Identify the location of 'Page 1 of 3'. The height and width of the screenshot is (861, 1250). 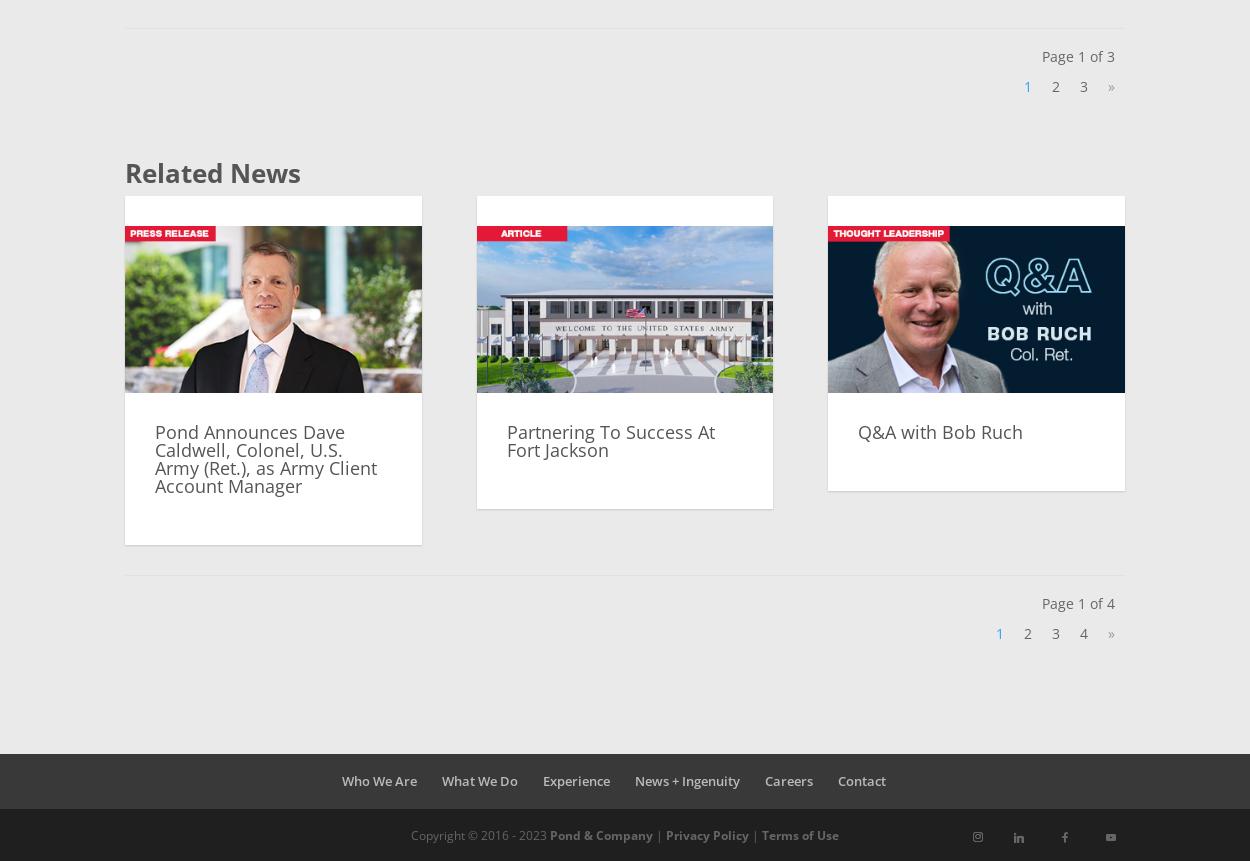
(1077, 56).